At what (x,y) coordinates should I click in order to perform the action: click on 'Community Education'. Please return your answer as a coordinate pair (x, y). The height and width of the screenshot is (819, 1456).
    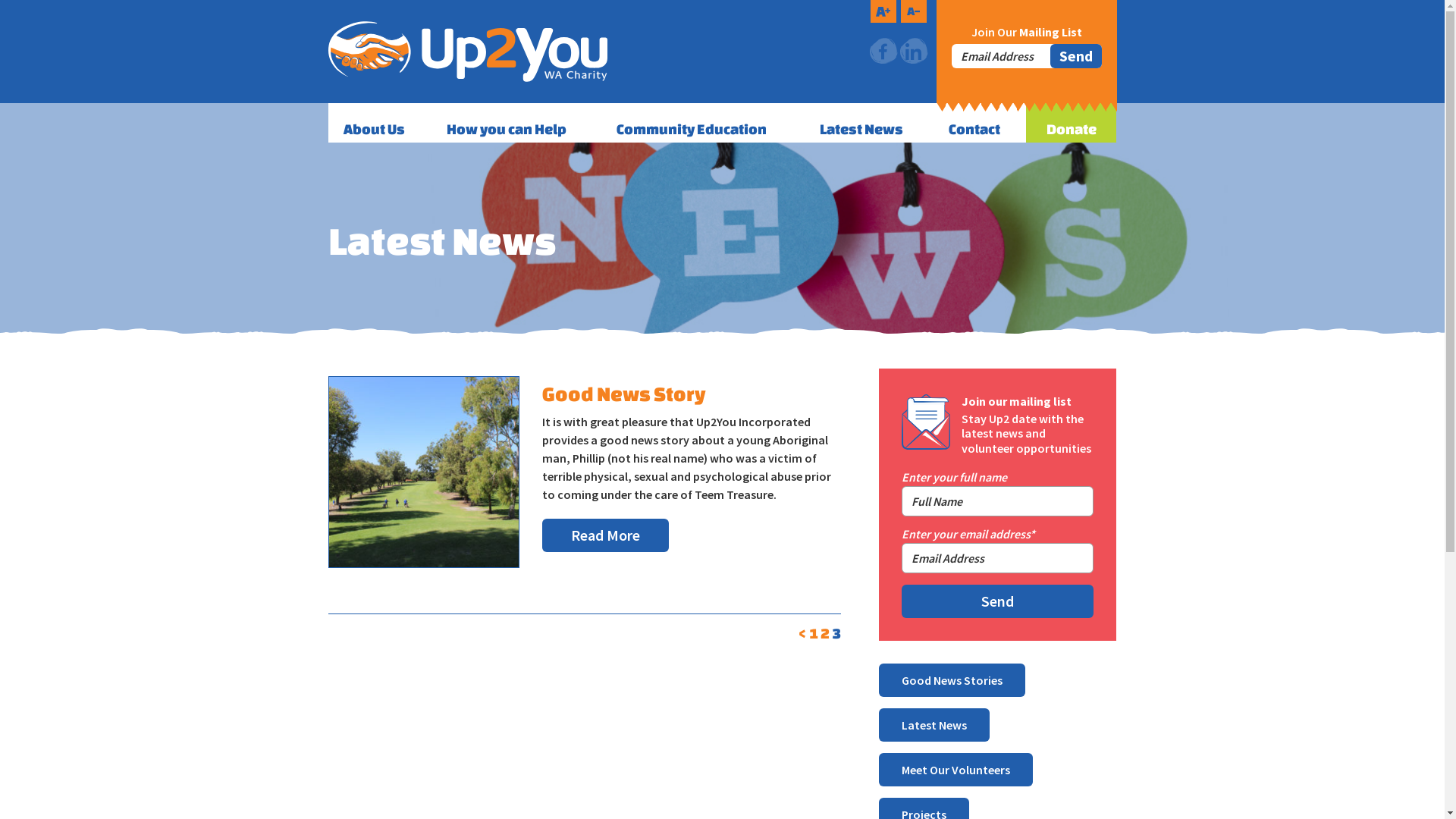
    Looking at the image, I should click on (702, 122).